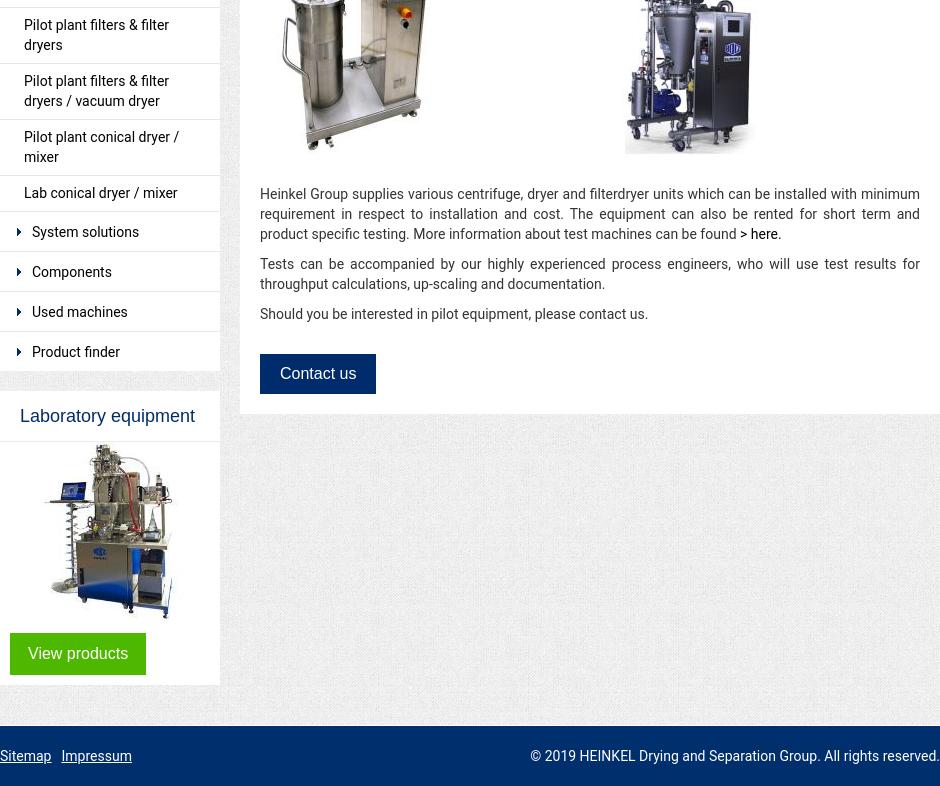 This screenshot has height=786, width=940. I want to click on 'Should you be interested in pilot equipment, please contact us.', so click(260, 314).